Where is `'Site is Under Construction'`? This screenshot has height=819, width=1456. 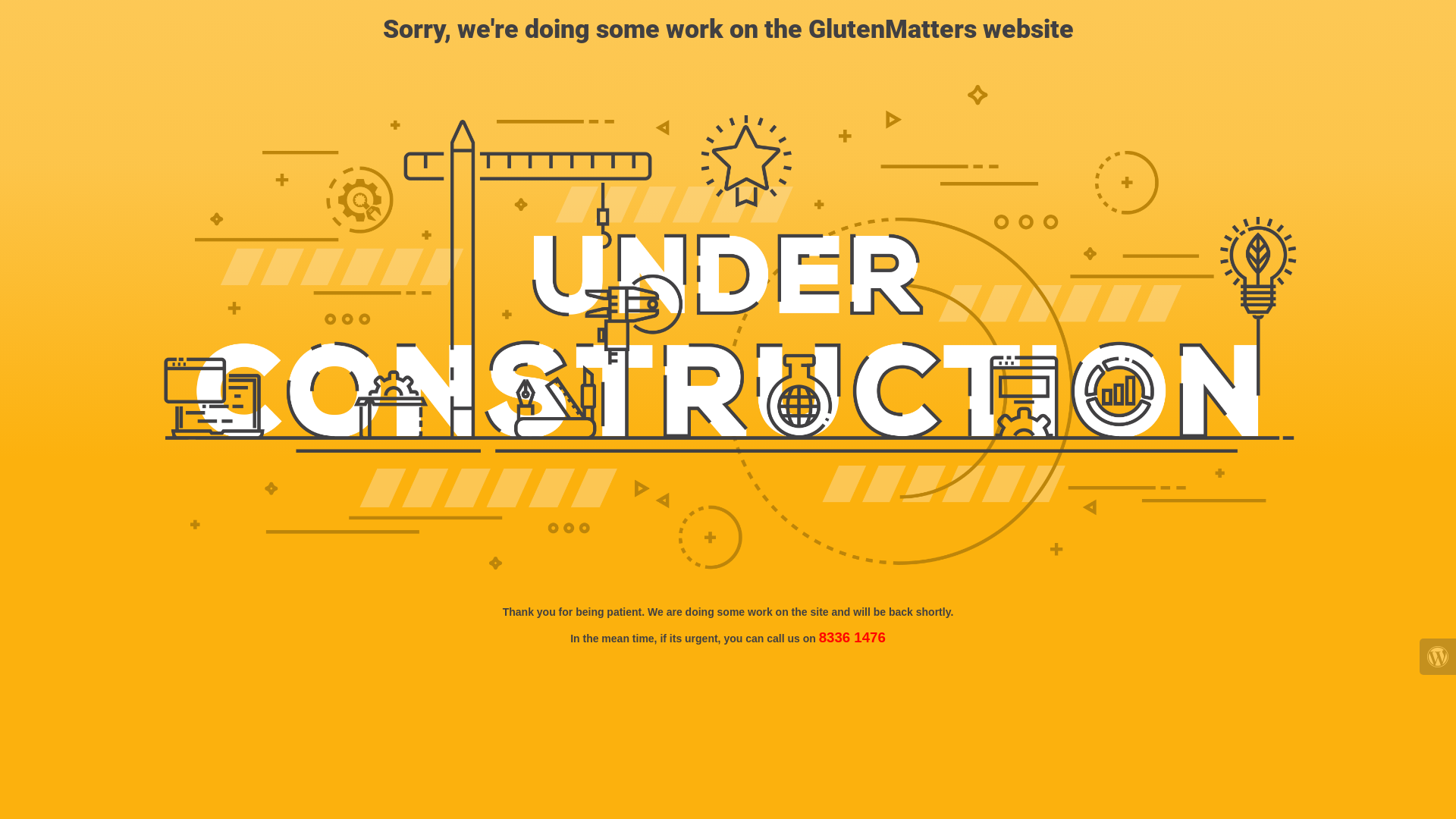
'Site is Under Construction' is located at coordinates (728, 327).